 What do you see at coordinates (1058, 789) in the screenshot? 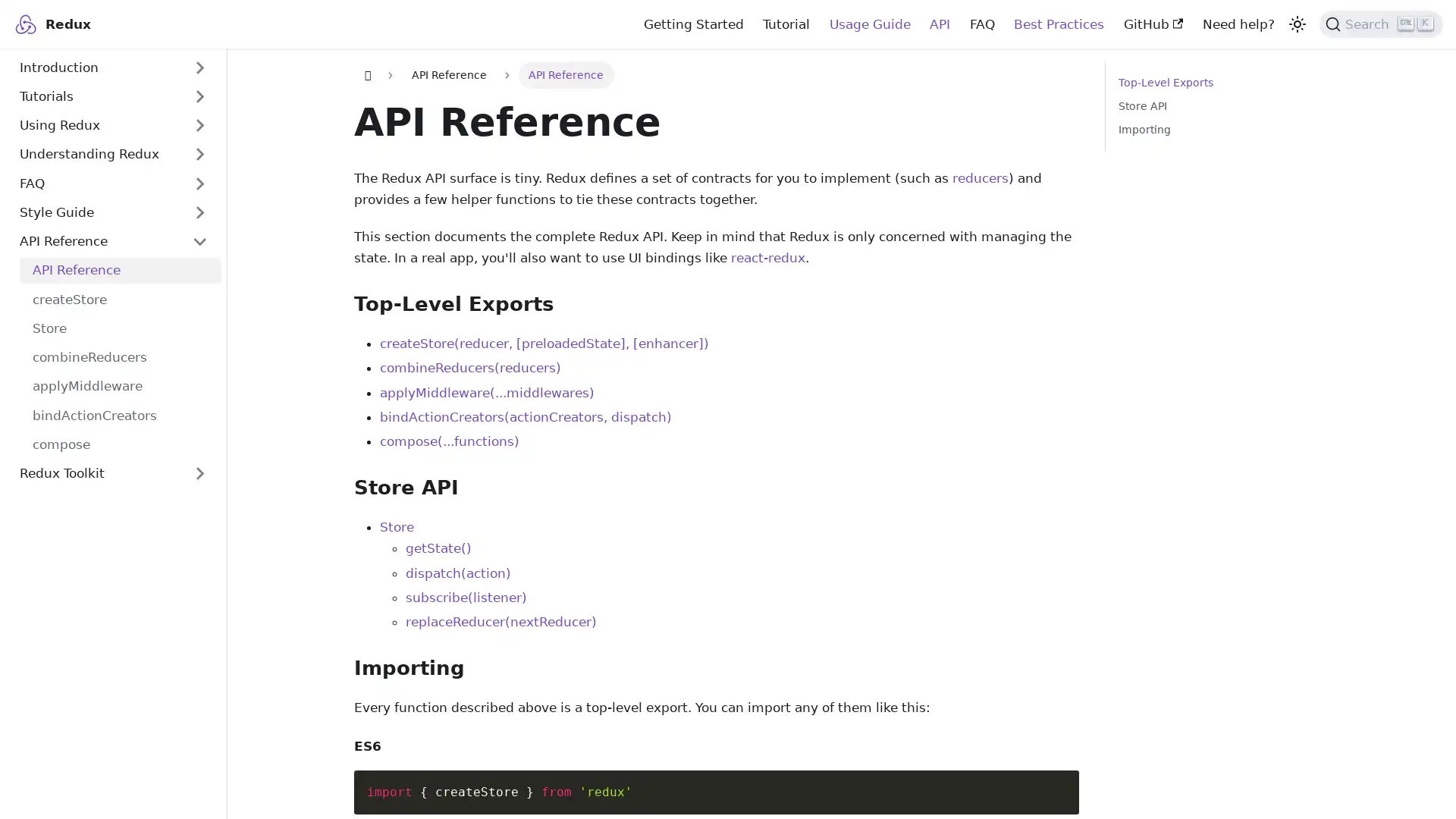
I see `Copy code to clipboard` at bounding box center [1058, 789].